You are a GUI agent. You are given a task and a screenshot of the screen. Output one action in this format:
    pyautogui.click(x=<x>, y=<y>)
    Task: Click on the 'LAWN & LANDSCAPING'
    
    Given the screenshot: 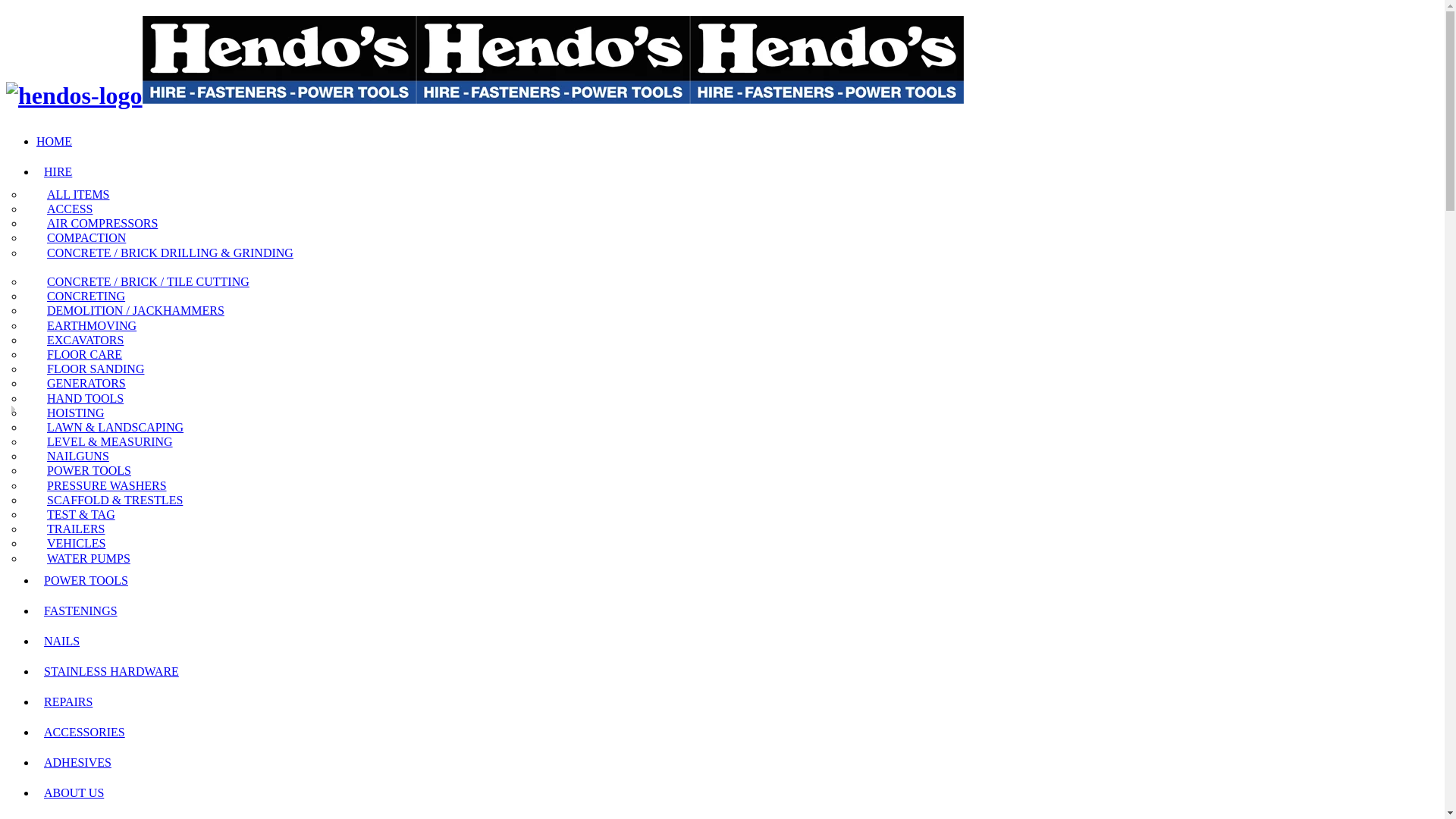 What is the action you would take?
    pyautogui.click(x=111, y=427)
    